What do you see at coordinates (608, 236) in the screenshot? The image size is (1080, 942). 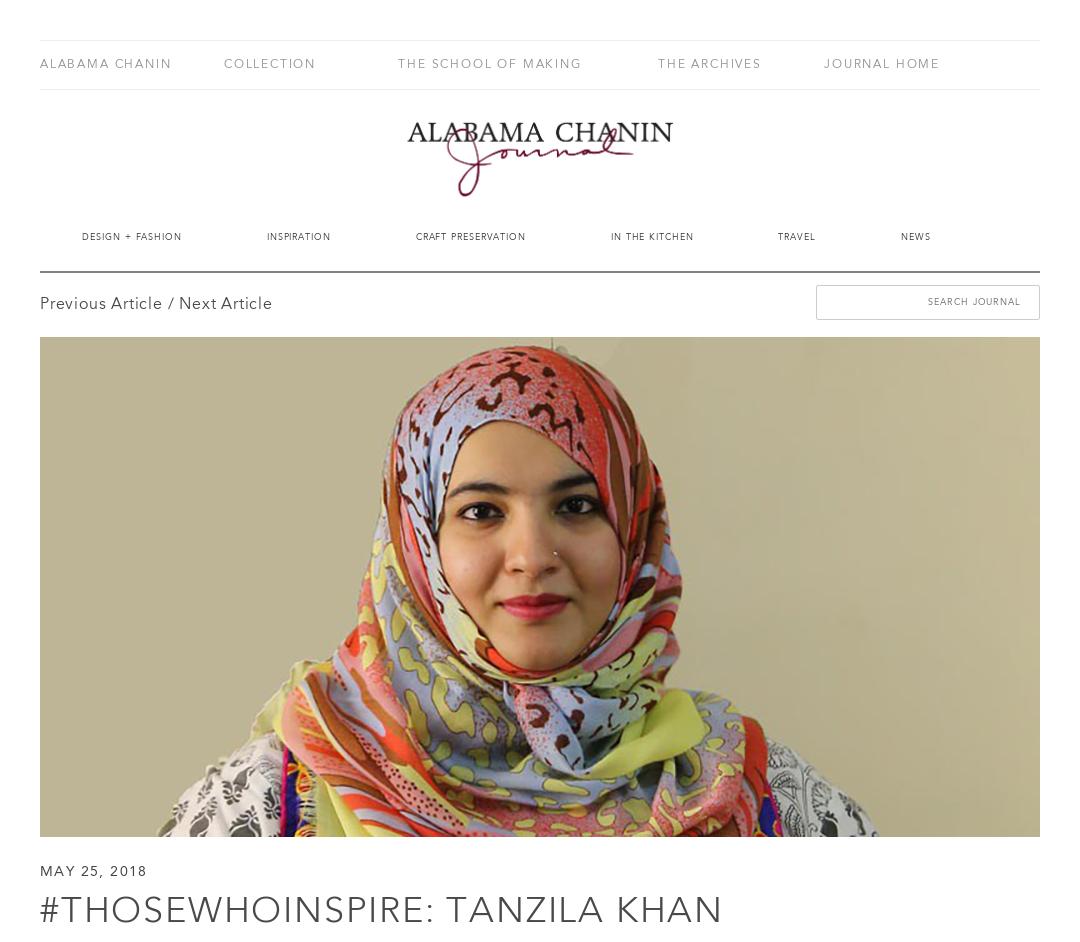 I see `'IN THE KITCHEN'` at bounding box center [608, 236].